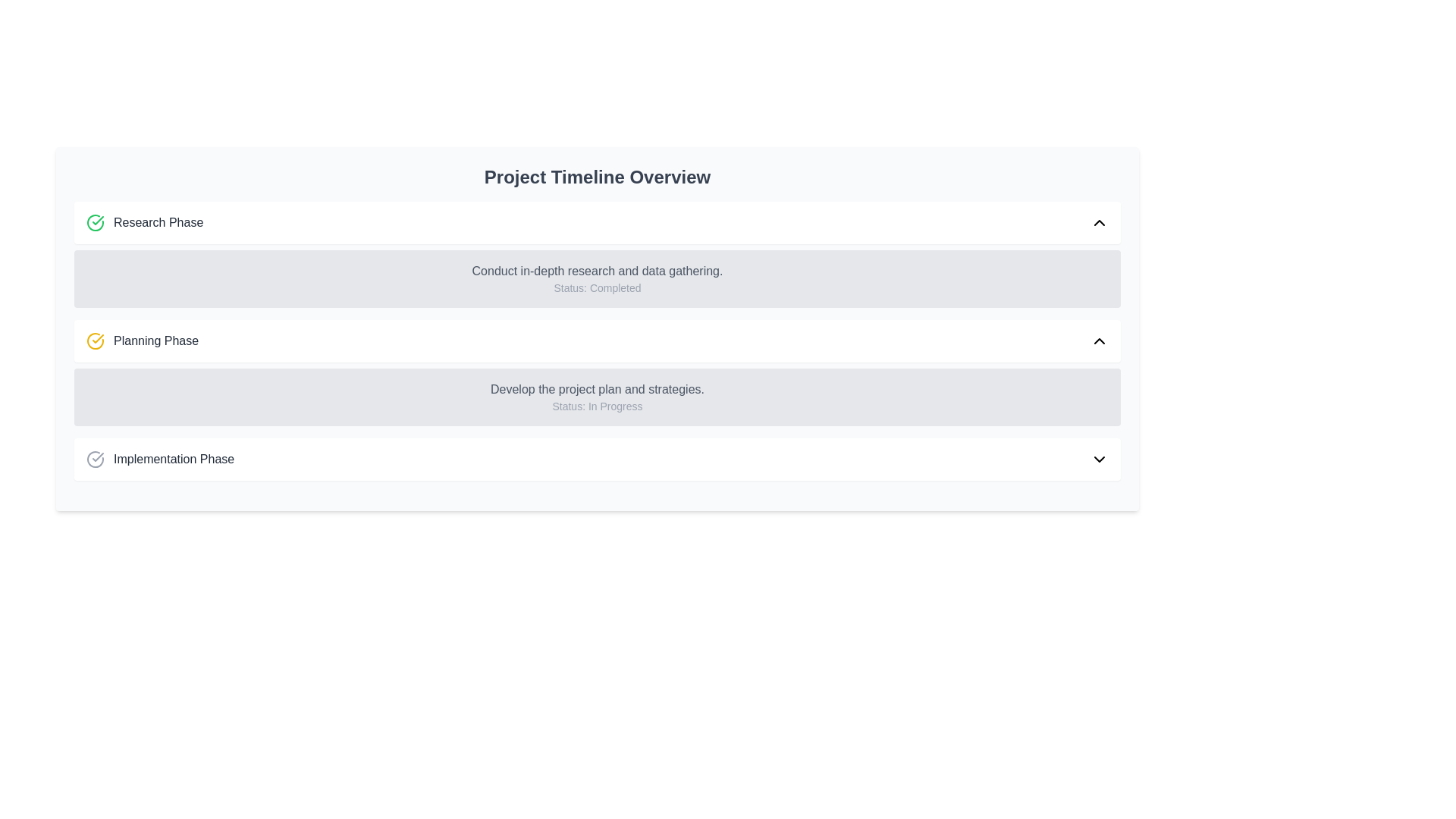 The image size is (1456, 819). What do you see at coordinates (596, 288) in the screenshot?
I see `the text label indicating the task's completion status in the 'Research Phase' section, positioned below 'Conduct in-depth research and data gathering.'` at bounding box center [596, 288].